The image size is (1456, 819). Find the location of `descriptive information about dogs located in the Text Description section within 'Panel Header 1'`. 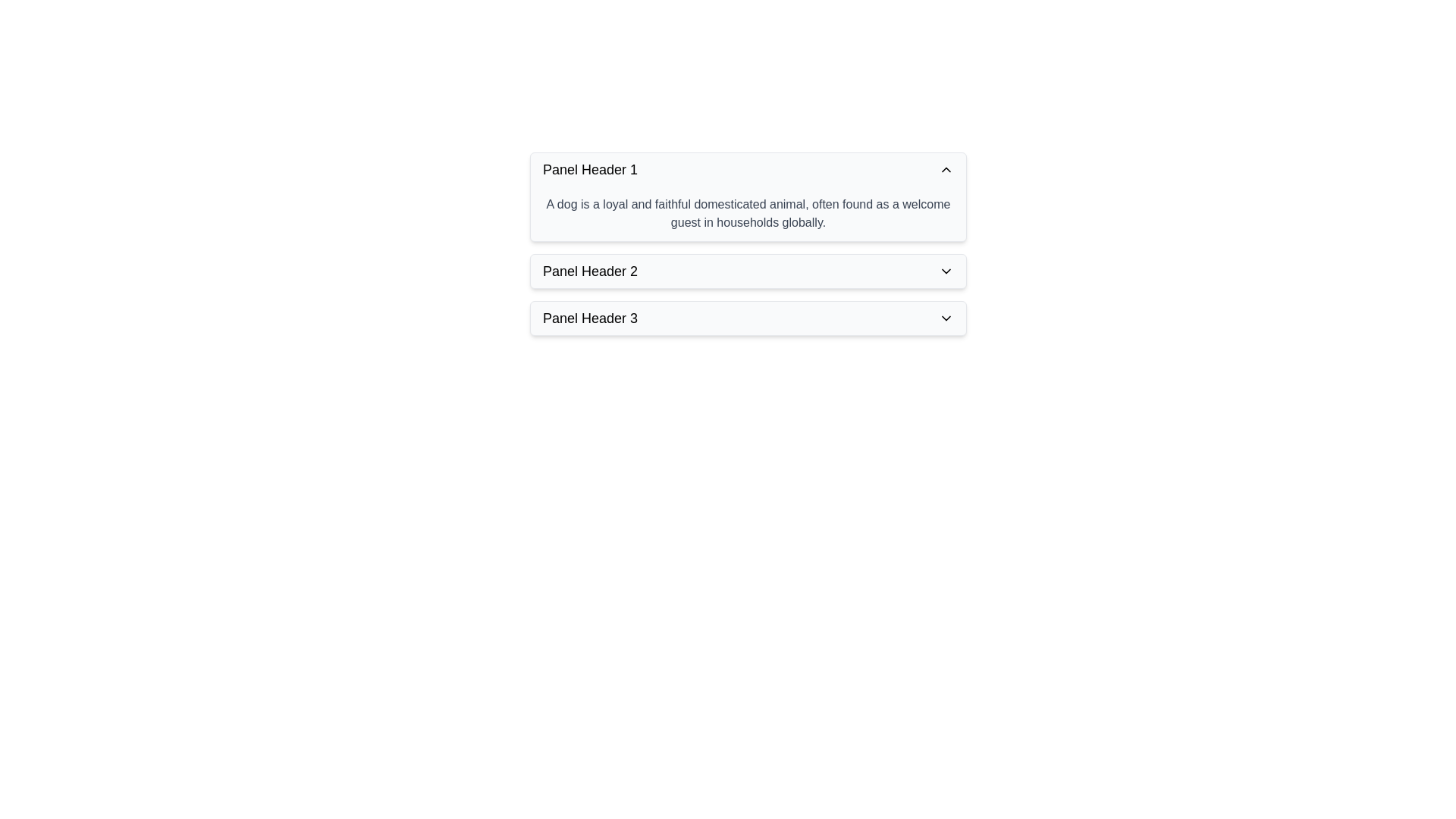

descriptive information about dogs located in the Text Description section within 'Panel Header 1' is located at coordinates (748, 213).